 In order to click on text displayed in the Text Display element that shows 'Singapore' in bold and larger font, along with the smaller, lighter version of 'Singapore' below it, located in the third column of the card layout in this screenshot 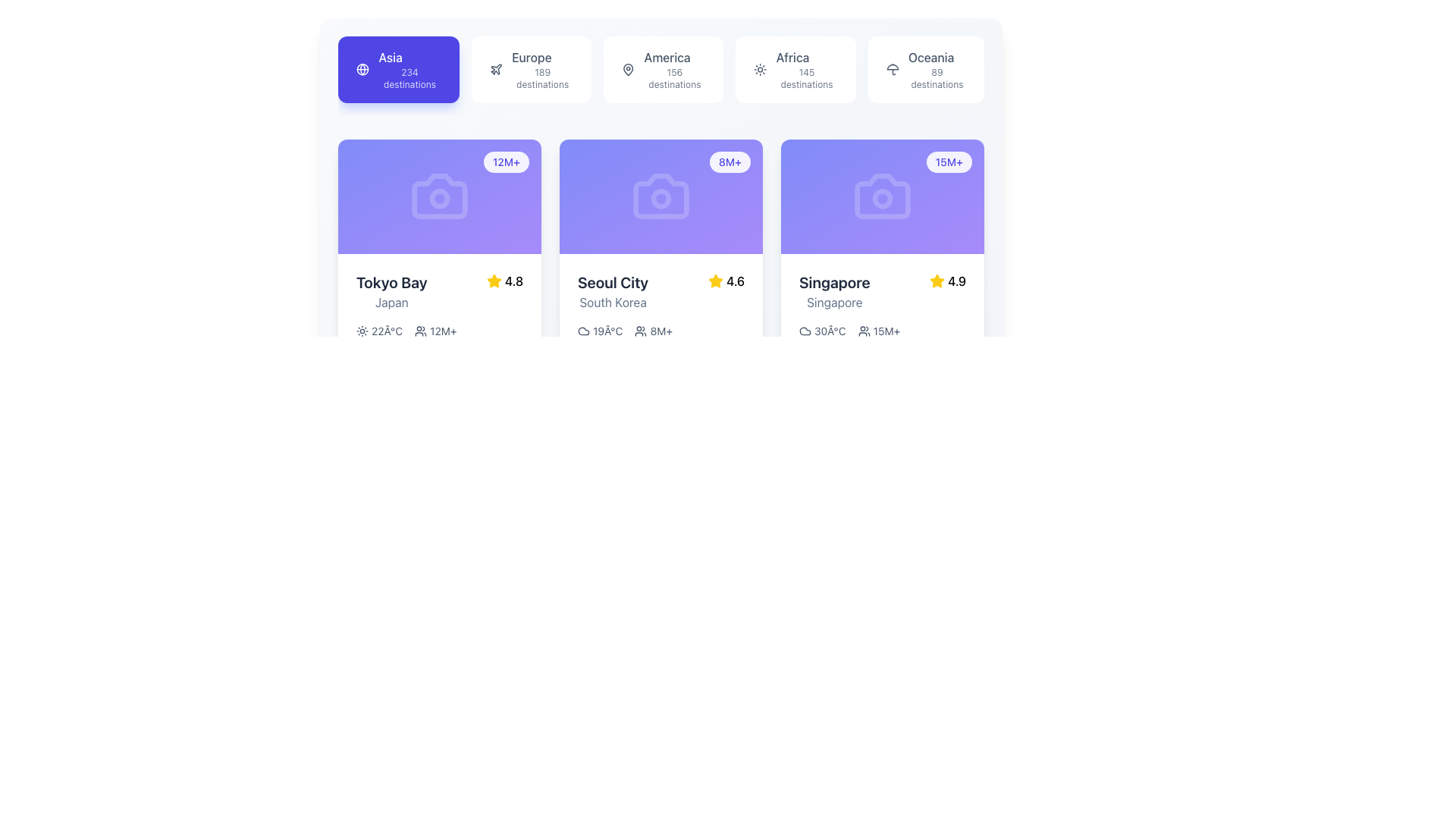, I will do `click(833, 291)`.